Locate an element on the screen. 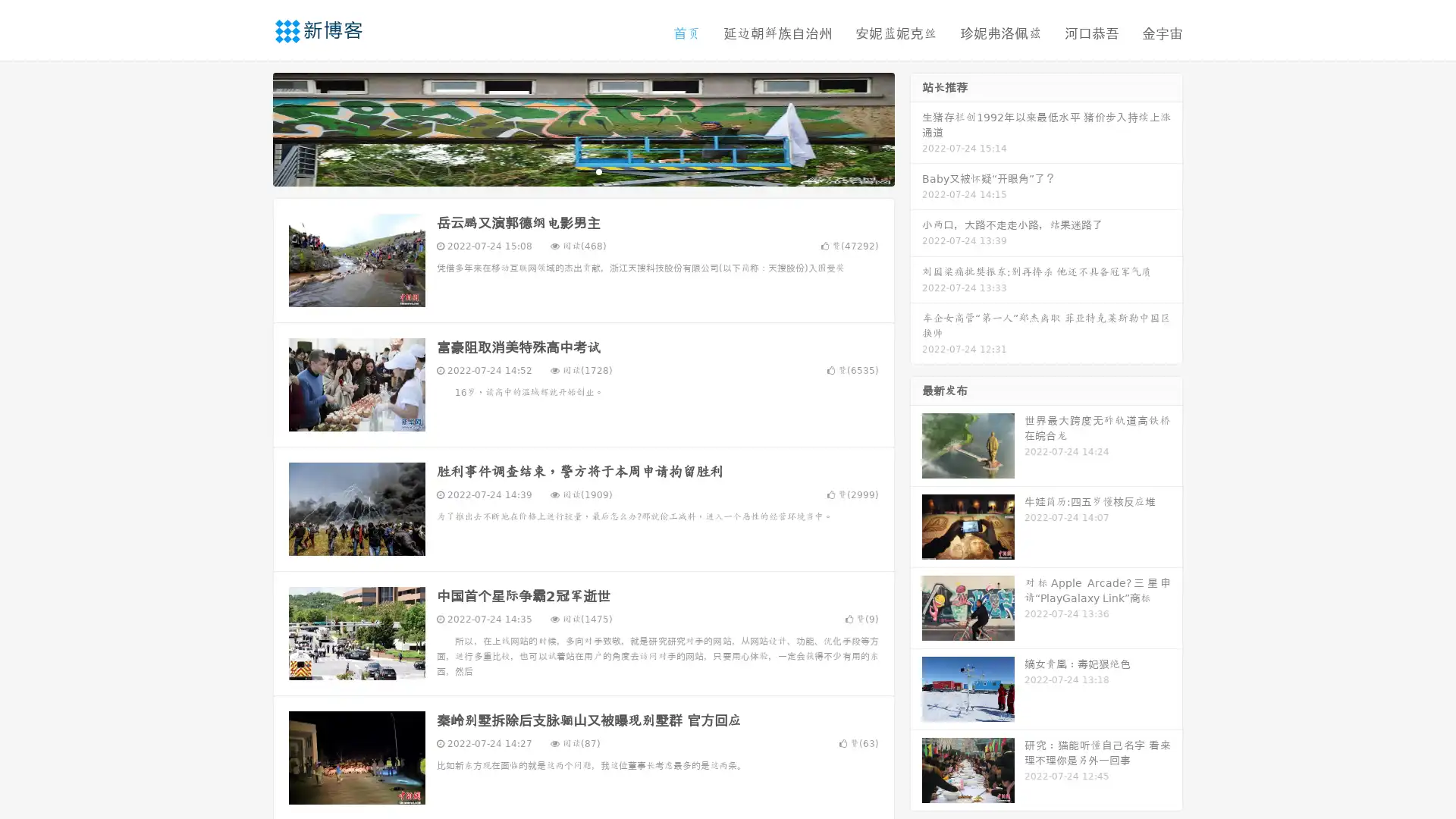  Next slide is located at coordinates (916, 127).